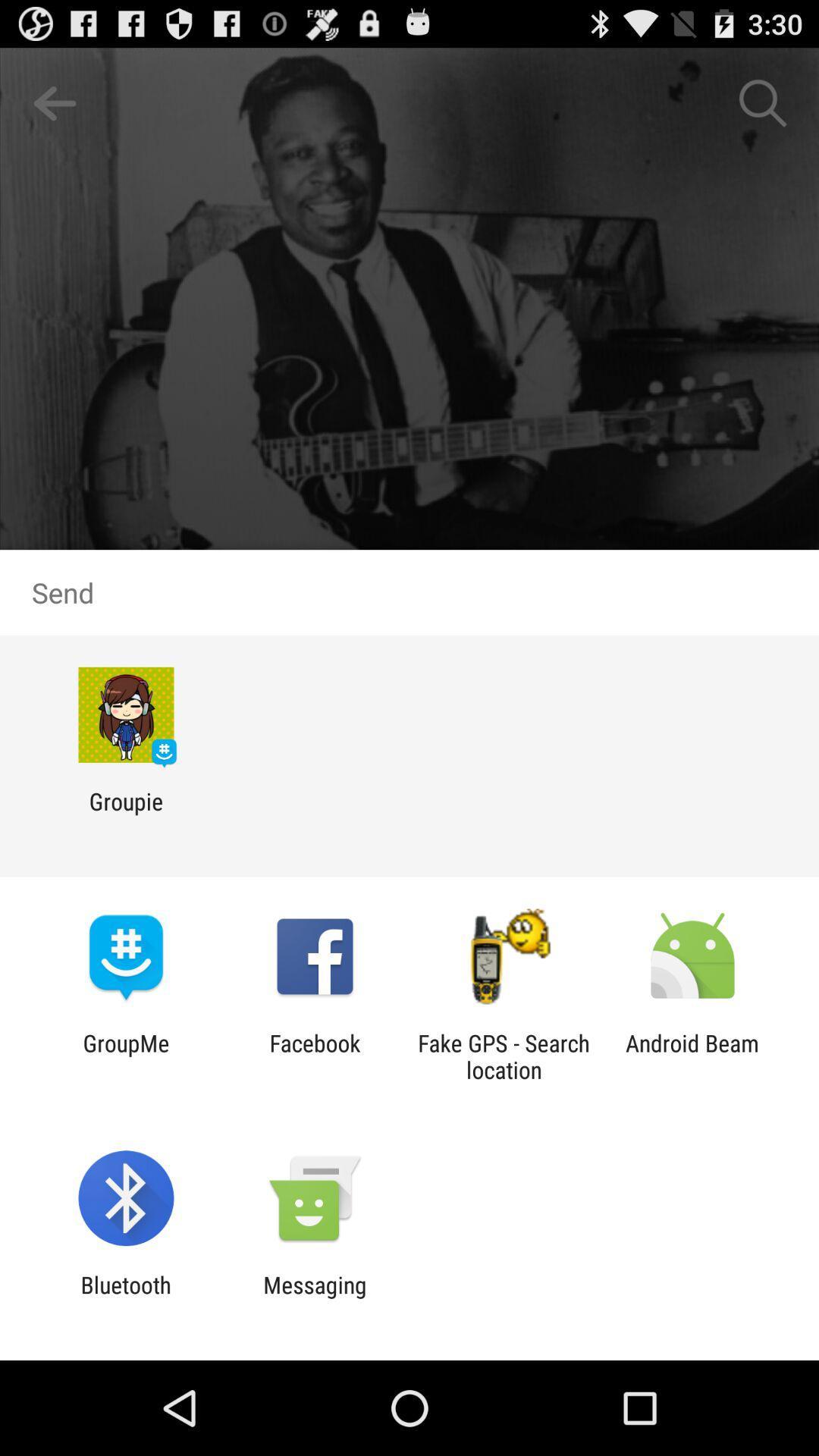 The height and width of the screenshot is (1456, 819). I want to click on icon to the right of the groupme item, so click(314, 1056).